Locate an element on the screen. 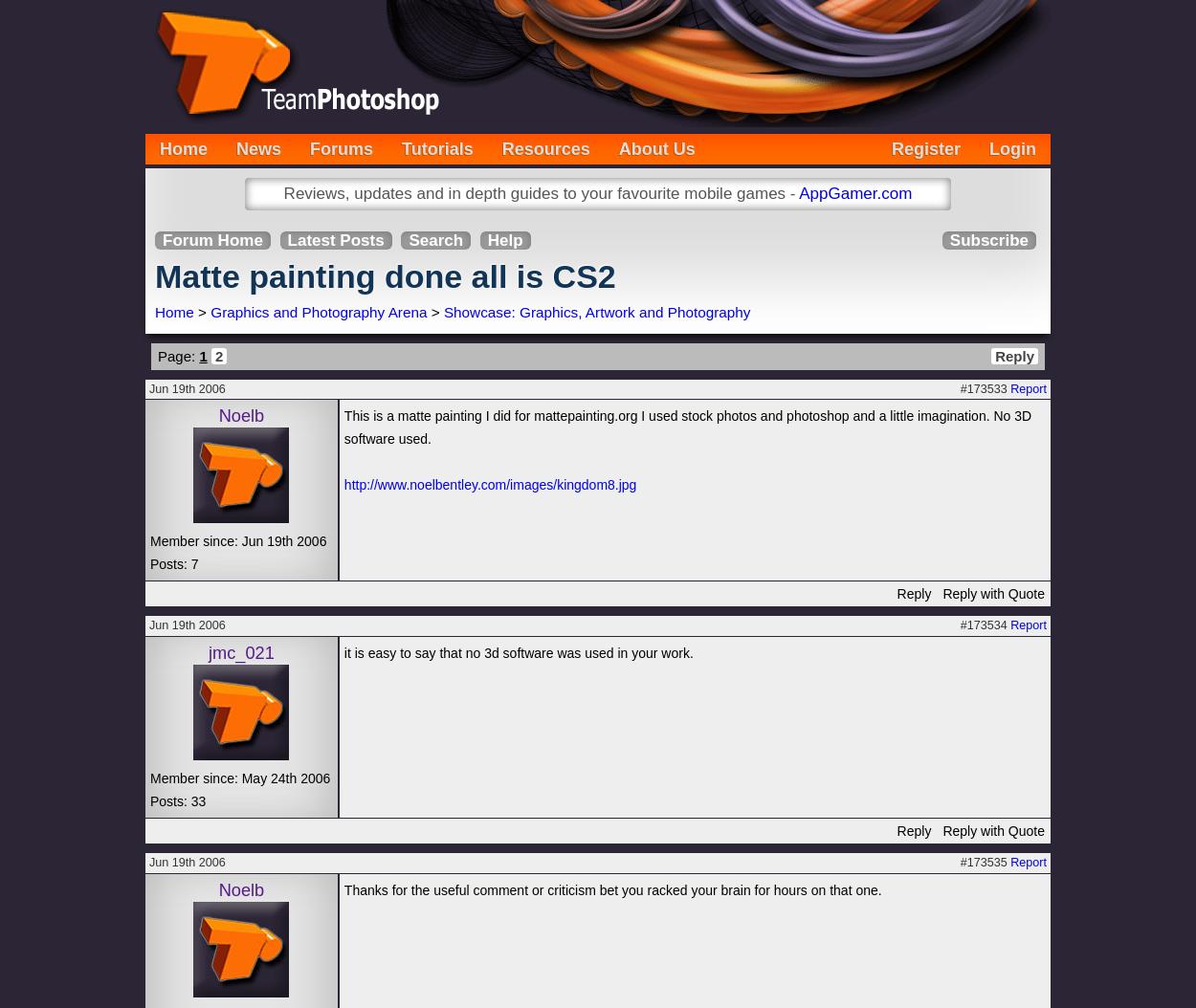 This screenshot has height=1008, width=1196. '2' is located at coordinates (217, 354).